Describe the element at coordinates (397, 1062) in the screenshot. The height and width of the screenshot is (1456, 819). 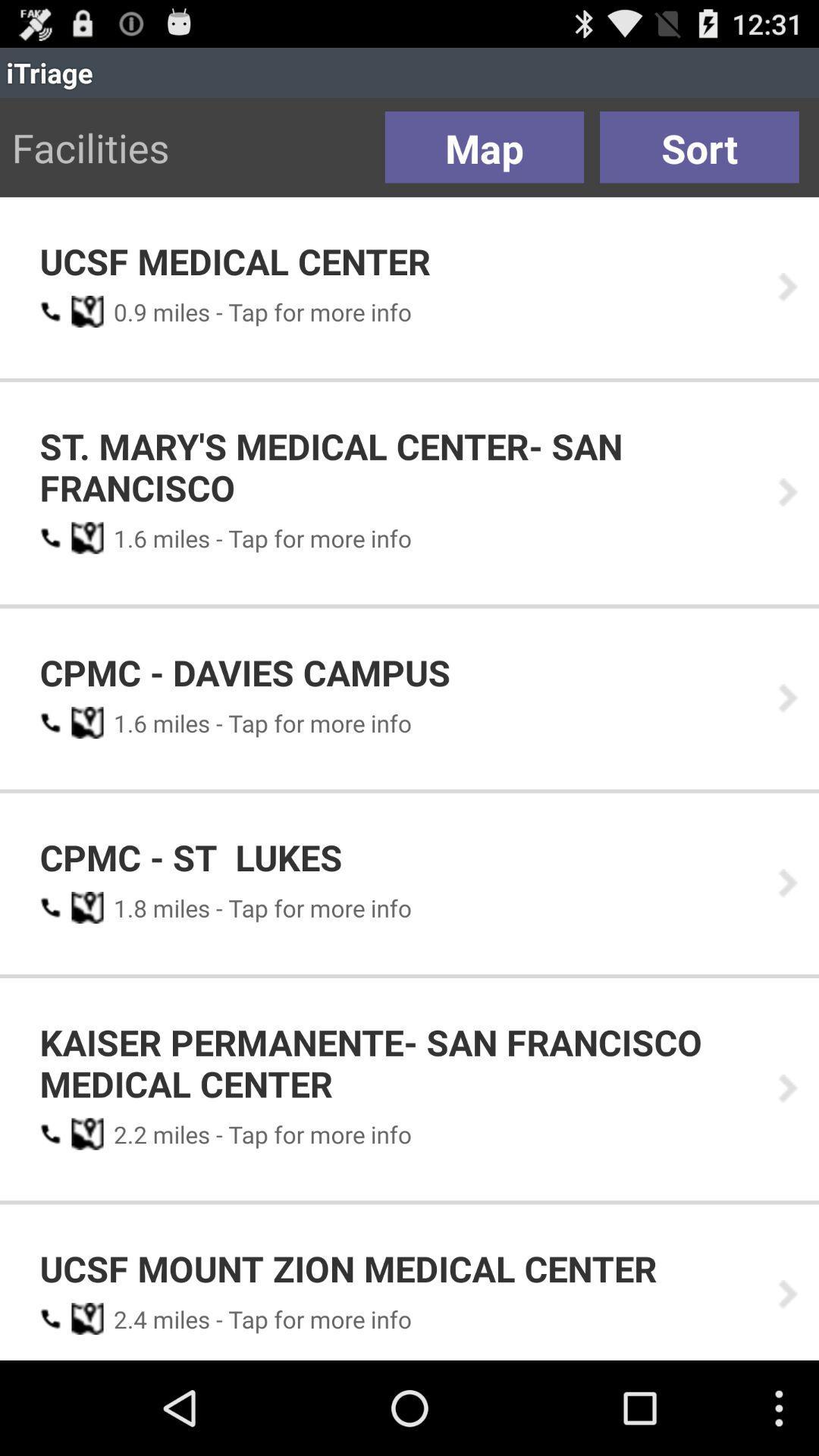
I see `kaiser permanente san icon` at that location.